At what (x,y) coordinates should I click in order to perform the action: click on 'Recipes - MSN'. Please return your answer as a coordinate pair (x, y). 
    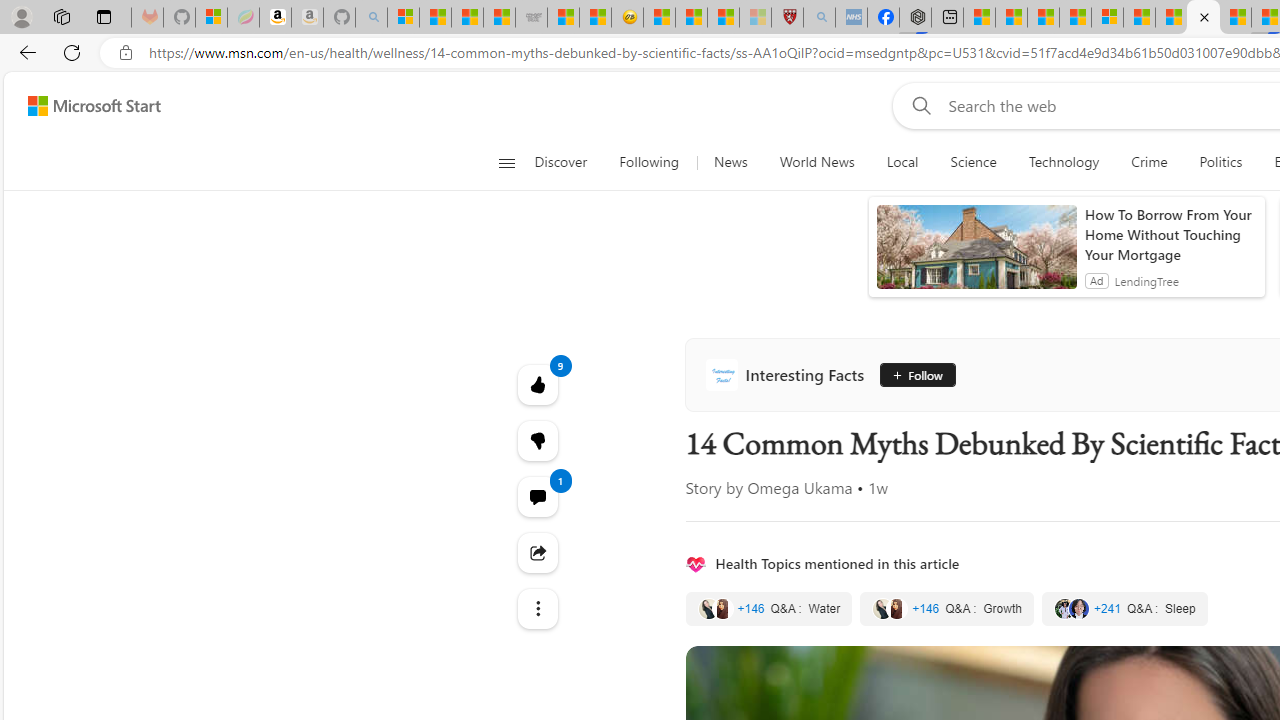
    Looking at the image, I should click on (659, 17).